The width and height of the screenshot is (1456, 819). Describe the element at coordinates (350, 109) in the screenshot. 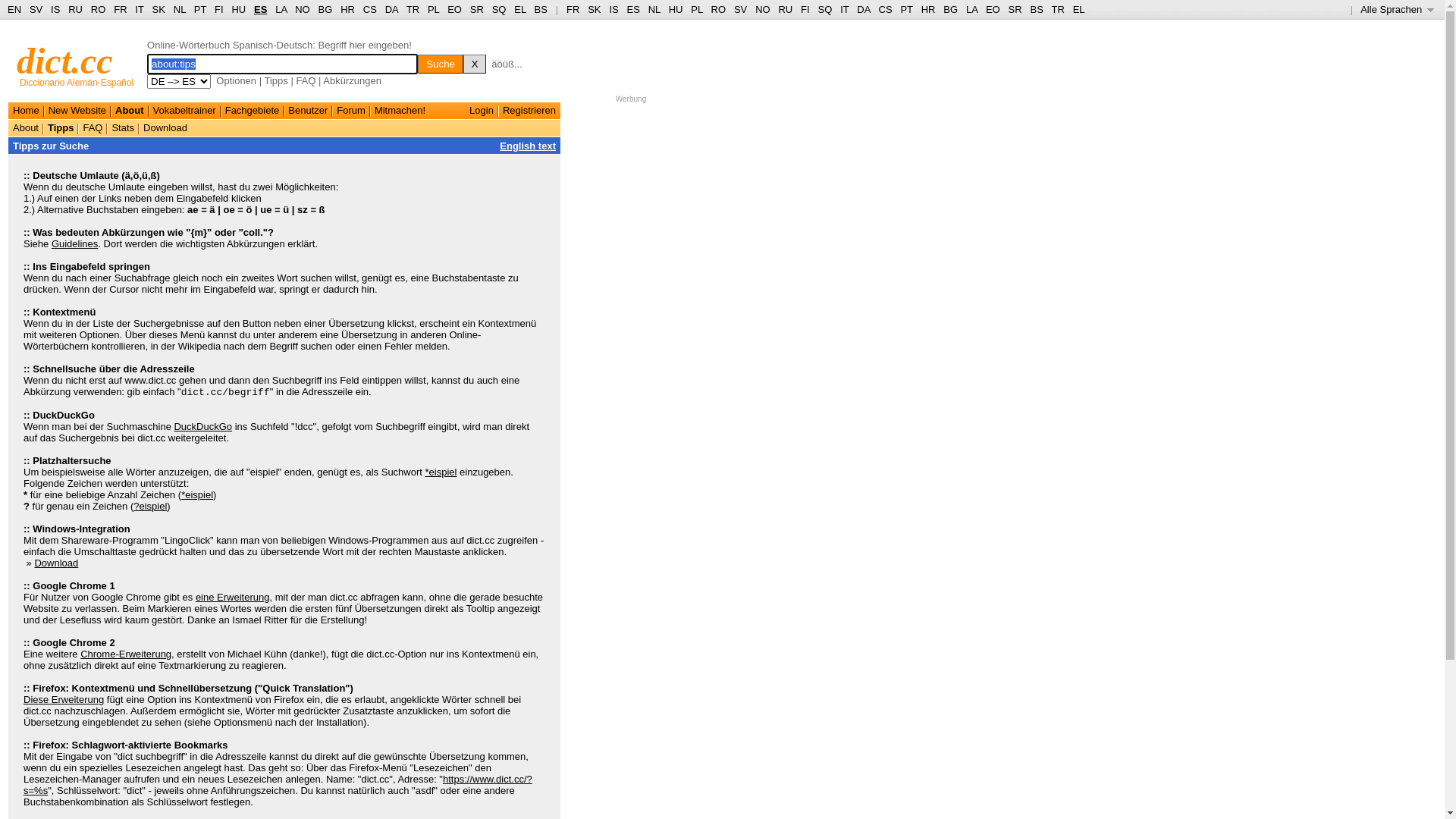

I see `'Forum'` at that location.